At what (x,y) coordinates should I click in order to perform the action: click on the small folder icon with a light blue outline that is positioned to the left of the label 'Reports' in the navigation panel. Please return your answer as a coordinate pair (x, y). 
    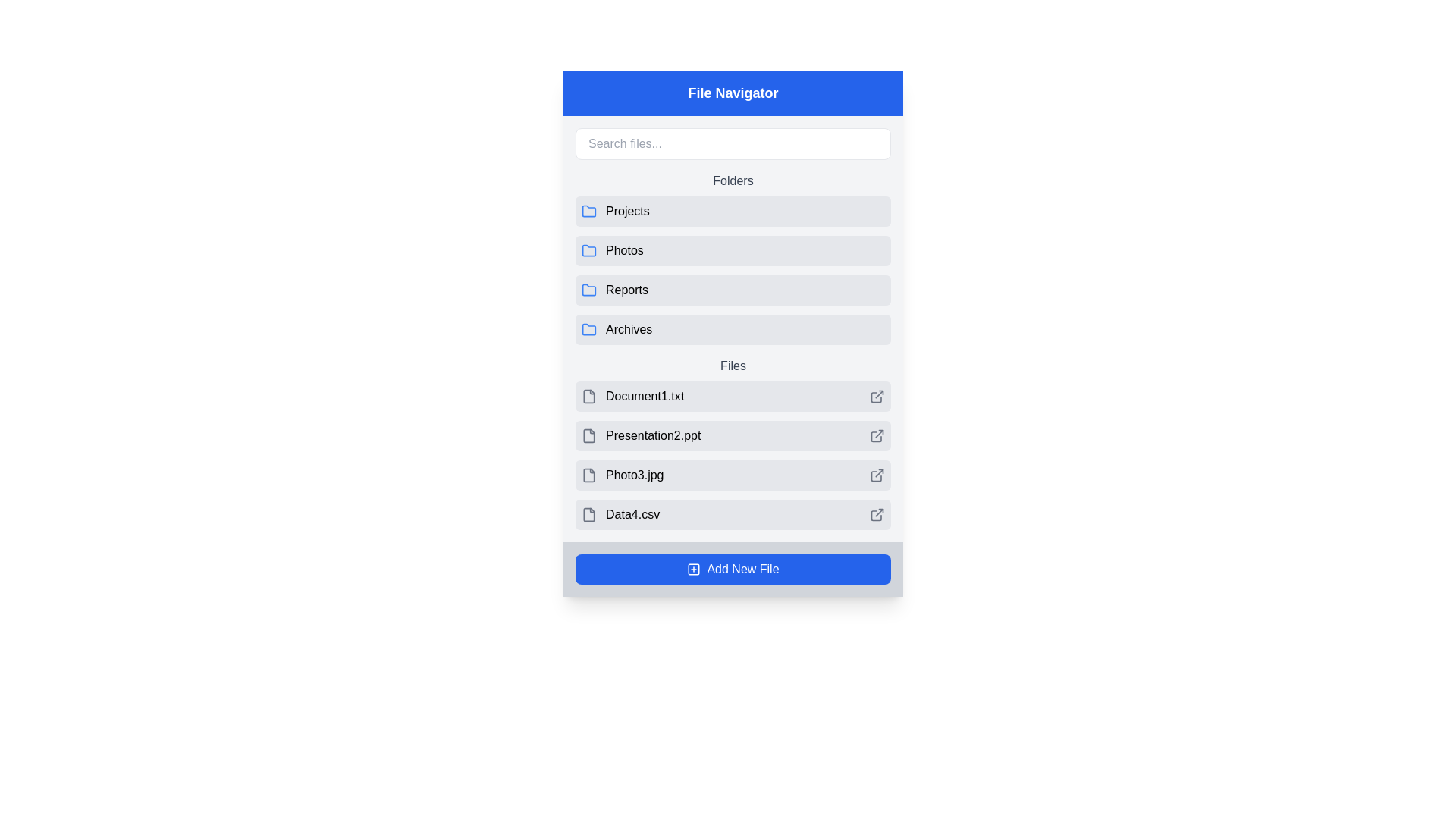
    Looking at the image, I should click on (588, 290).